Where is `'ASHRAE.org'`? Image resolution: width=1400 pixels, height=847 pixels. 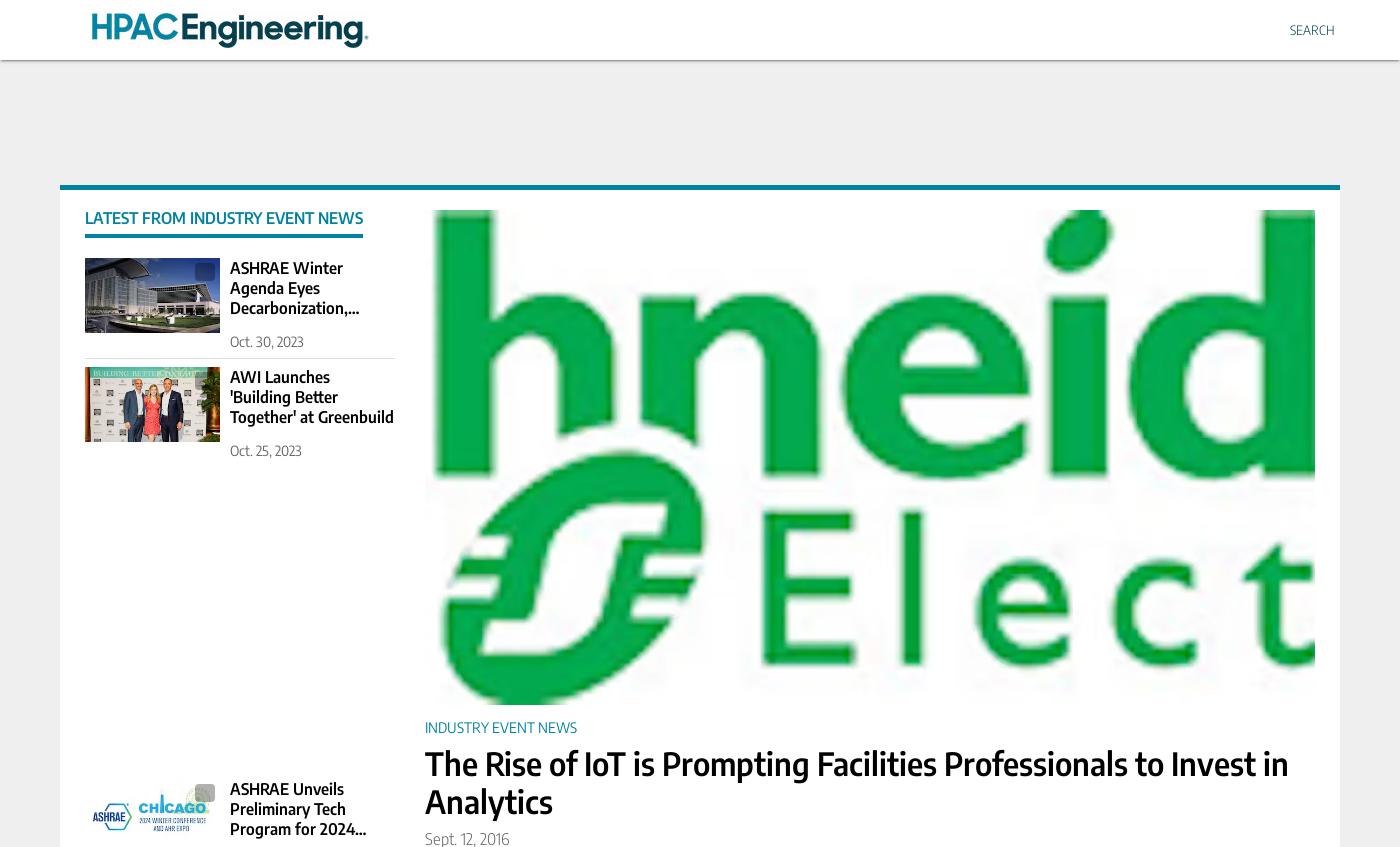
'ASHRAE.org' is located at coordinates (162, 793).